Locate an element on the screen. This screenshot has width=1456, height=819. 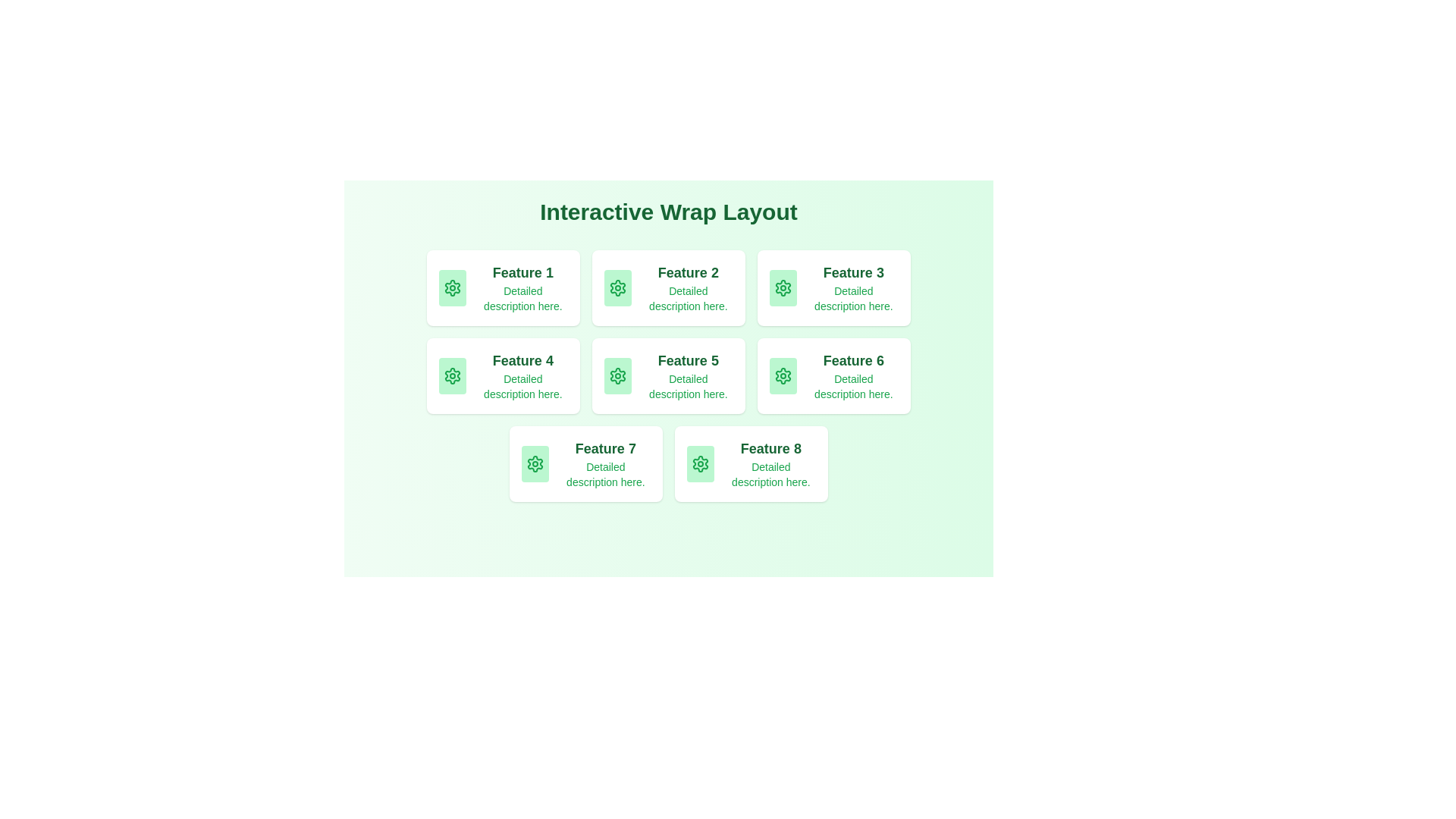
the decorative icon for the 'Feature 3' section, located within the third card of the top row in the grid layout is located at coordinates (783, 288).